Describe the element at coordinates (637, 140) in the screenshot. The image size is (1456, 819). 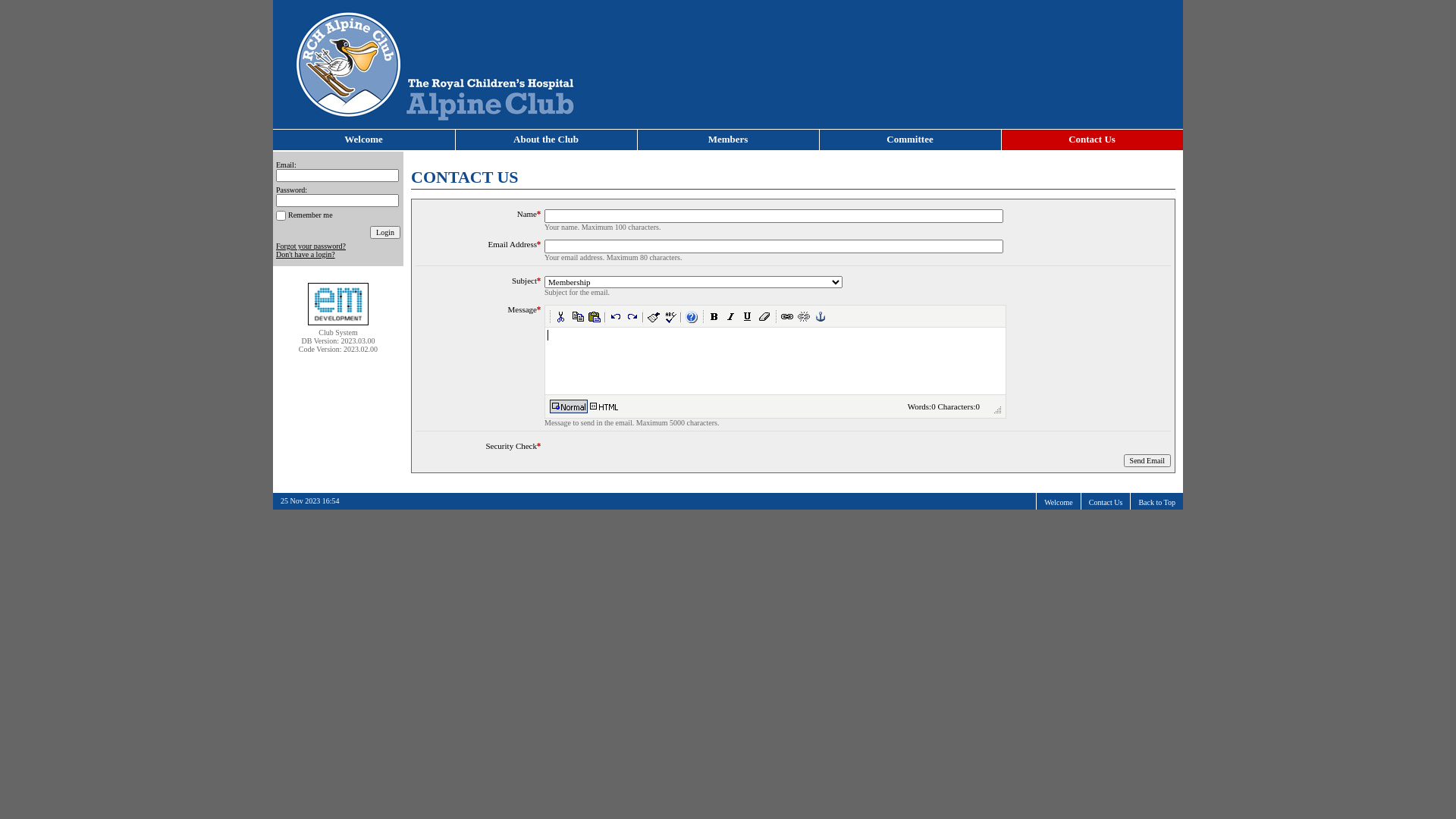
I see `'Members'` at that location.